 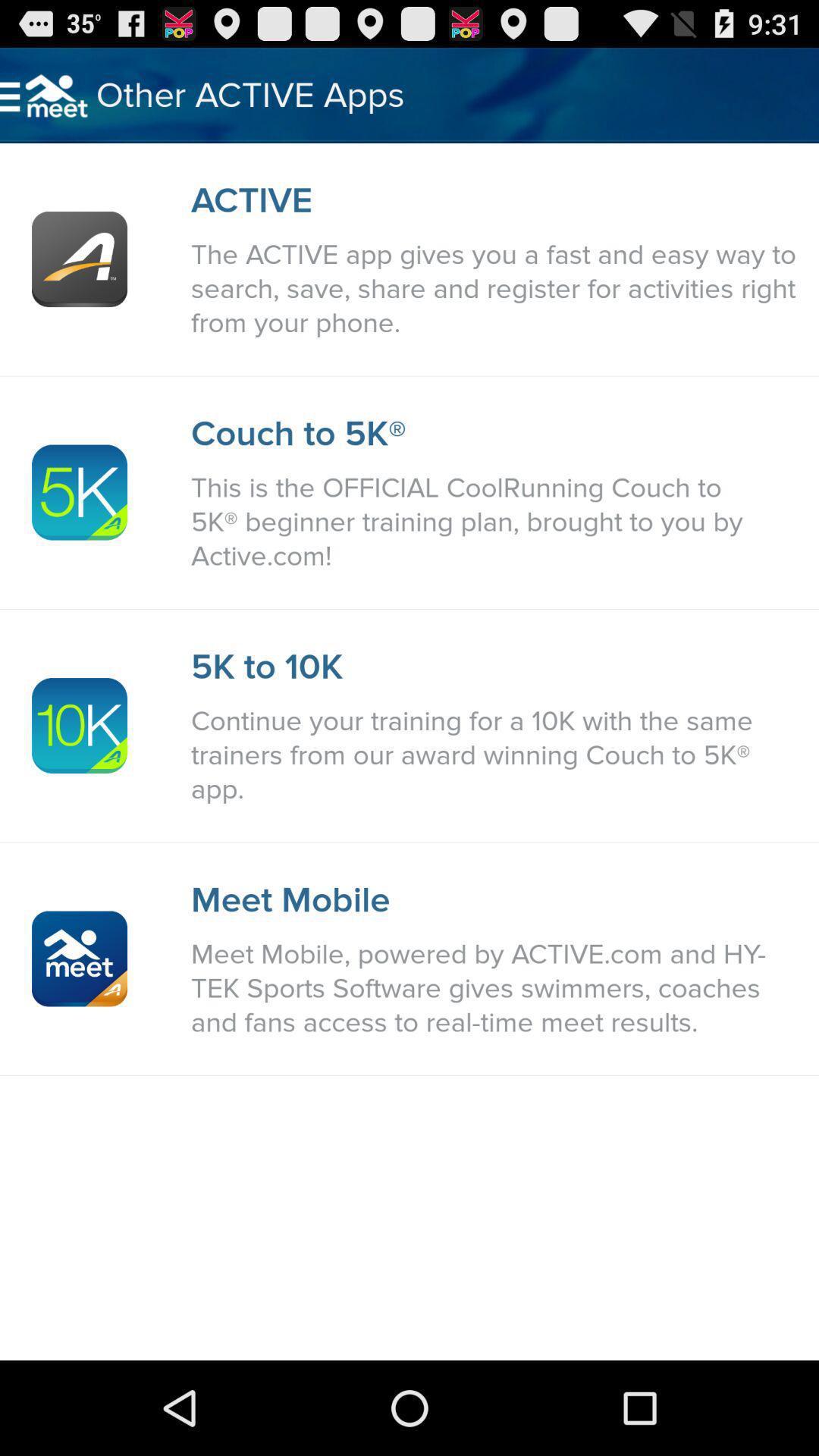 What do you see at coordinates (497, 522) in the screenshot?
I see `icon above the 5k to 10k item` at bounding box center [497, 522].